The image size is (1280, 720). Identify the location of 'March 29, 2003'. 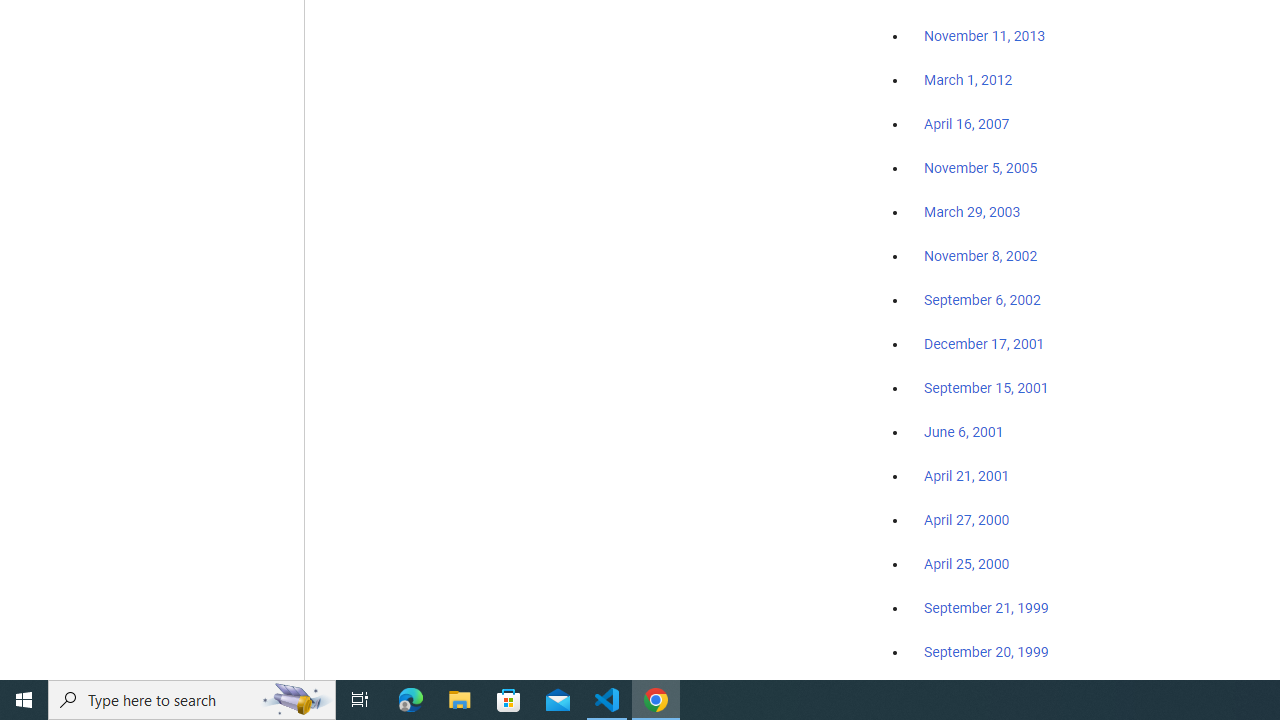
(972, 212).